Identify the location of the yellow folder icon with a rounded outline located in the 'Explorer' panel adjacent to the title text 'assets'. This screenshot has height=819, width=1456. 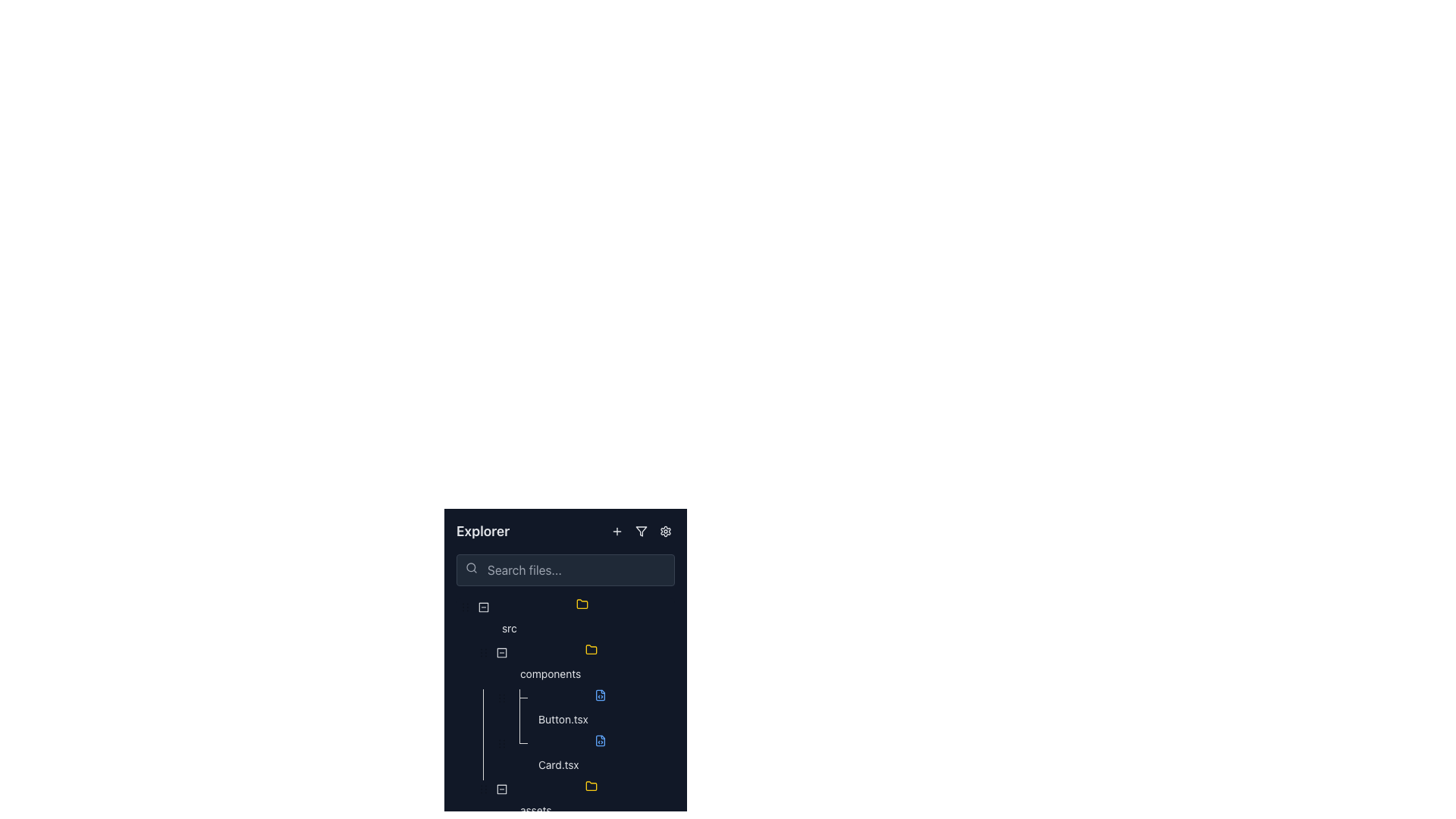
(593, 789).